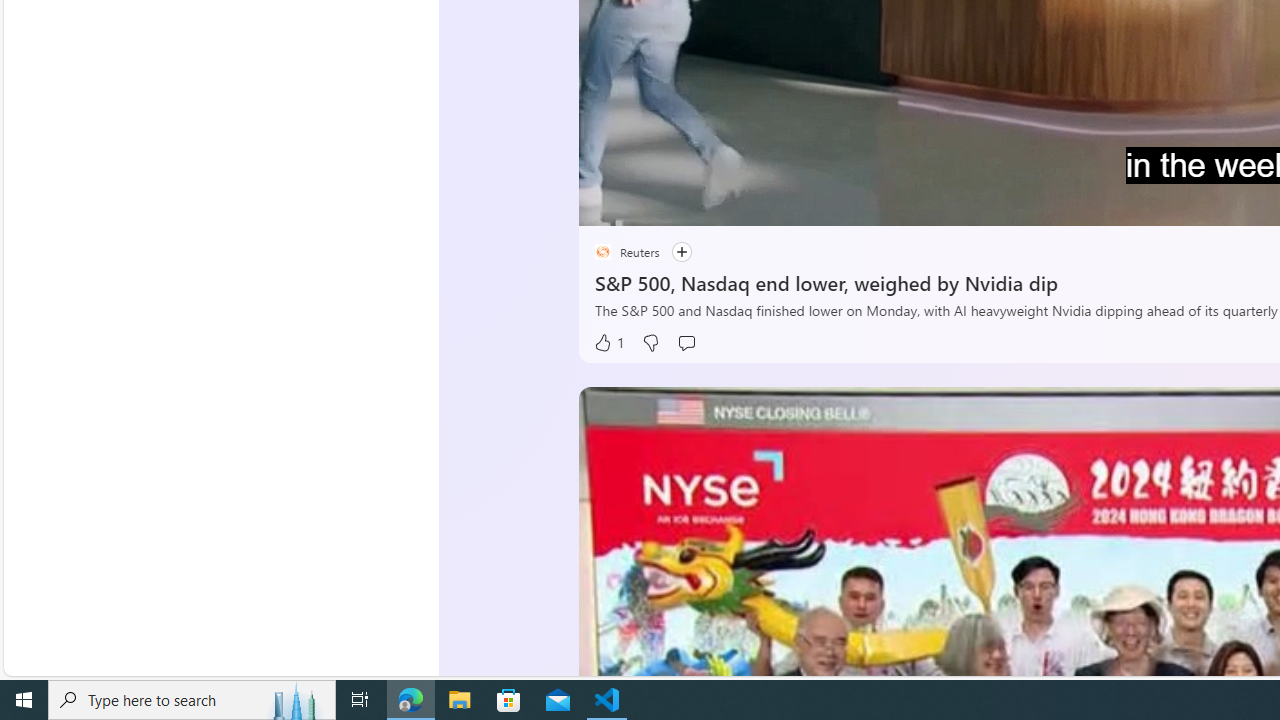  I want to click on 'placeholder', so click(601, 251).